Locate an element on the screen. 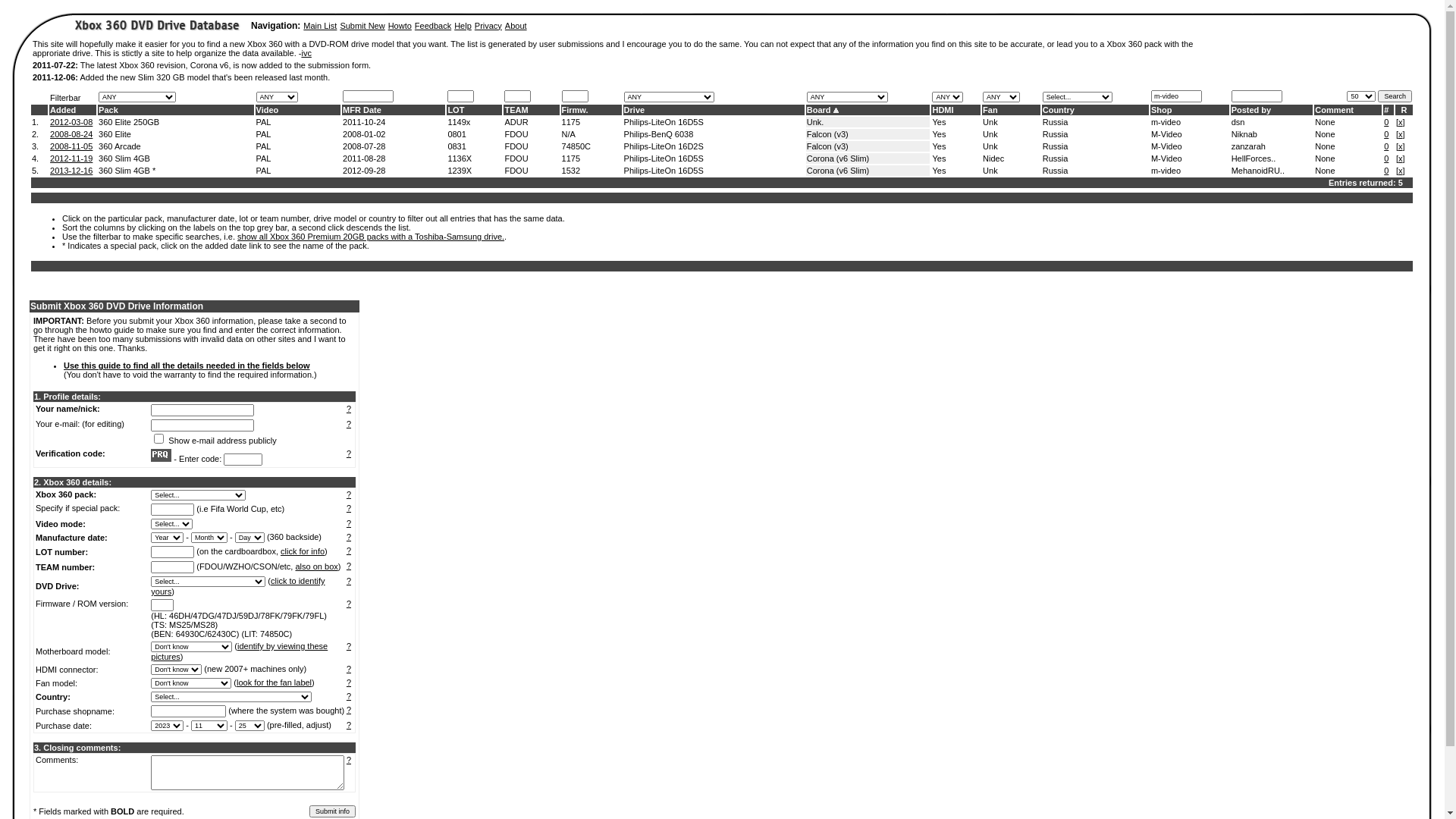  '2013-12-16' is located at coordinates (50, 170).